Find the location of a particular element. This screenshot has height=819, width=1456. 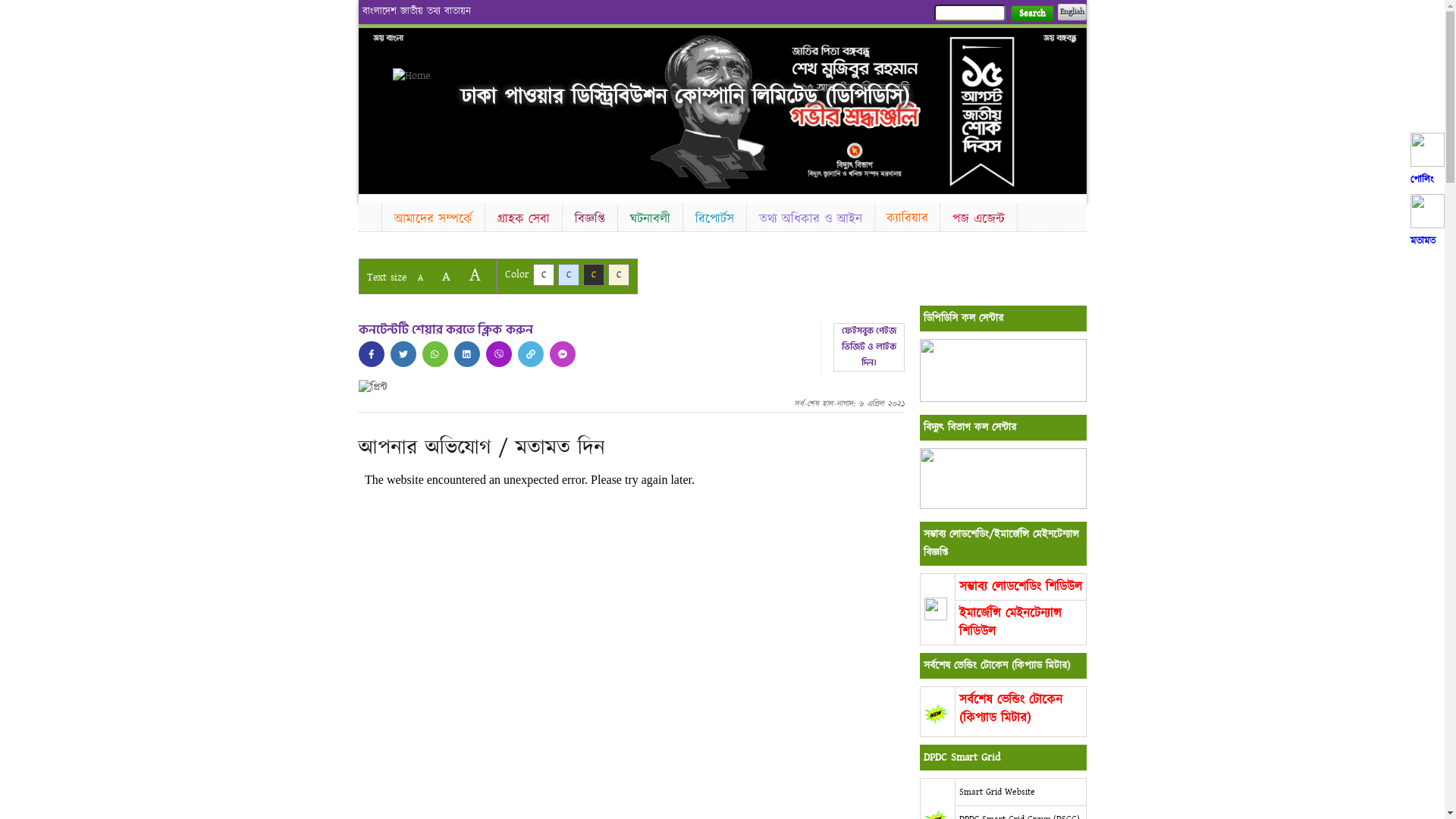

'C' is located at coordinates (607, 275).